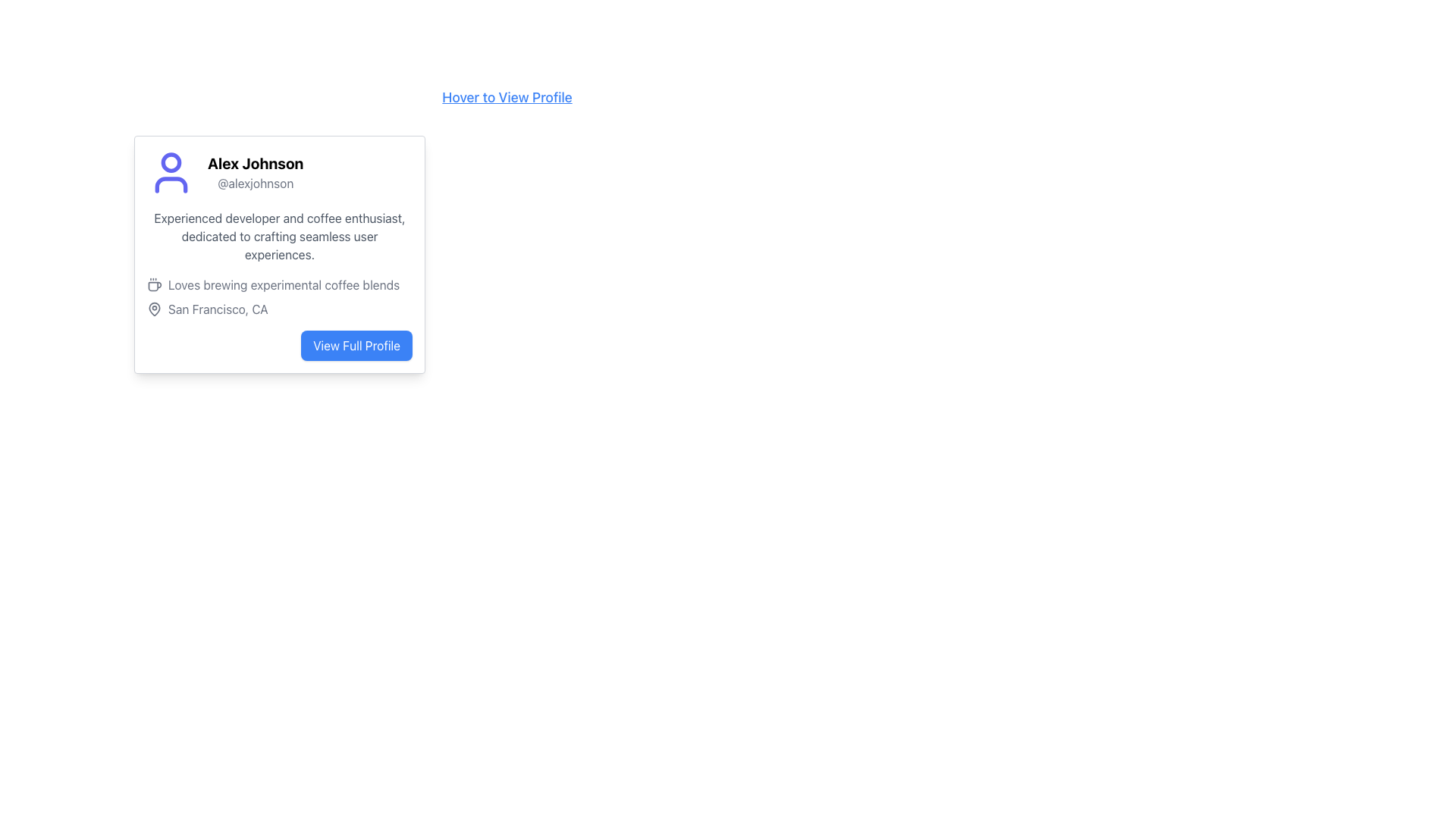 This screenshot has width=1456, height=819. I want to click on the coffee cup icon located to the left of the text snippet 'Loves brewing experimental coffee blends' in the user's profile card, so click(155, 287).